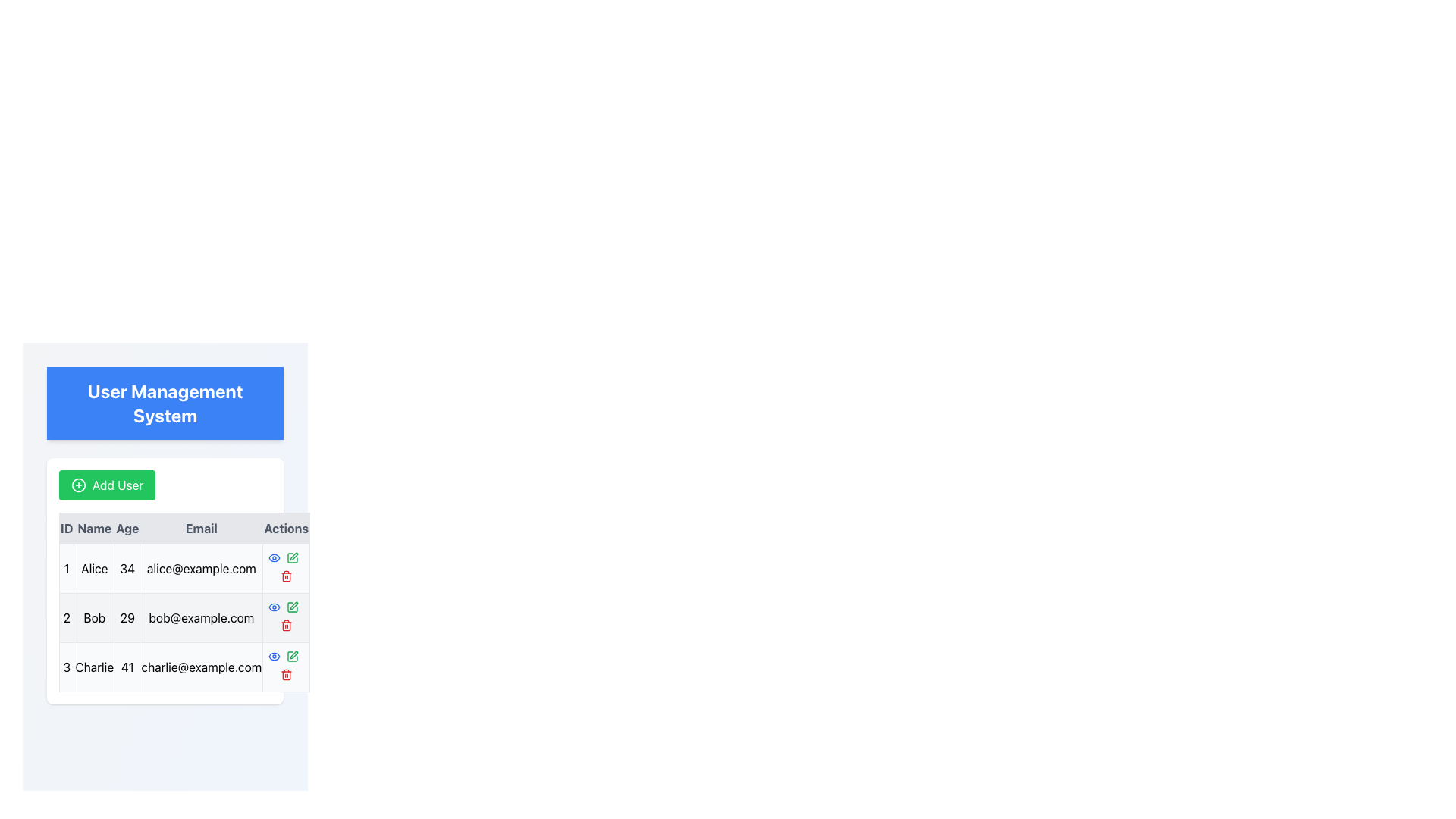 The height and width of the screenshot is (819, 1456). What do you see at coordinates (66, 528) in the screenshot?
I see `the table header labeled 'ID' which has a gray background and is the first column of the user management system interface` at bounding box center [66, 528].